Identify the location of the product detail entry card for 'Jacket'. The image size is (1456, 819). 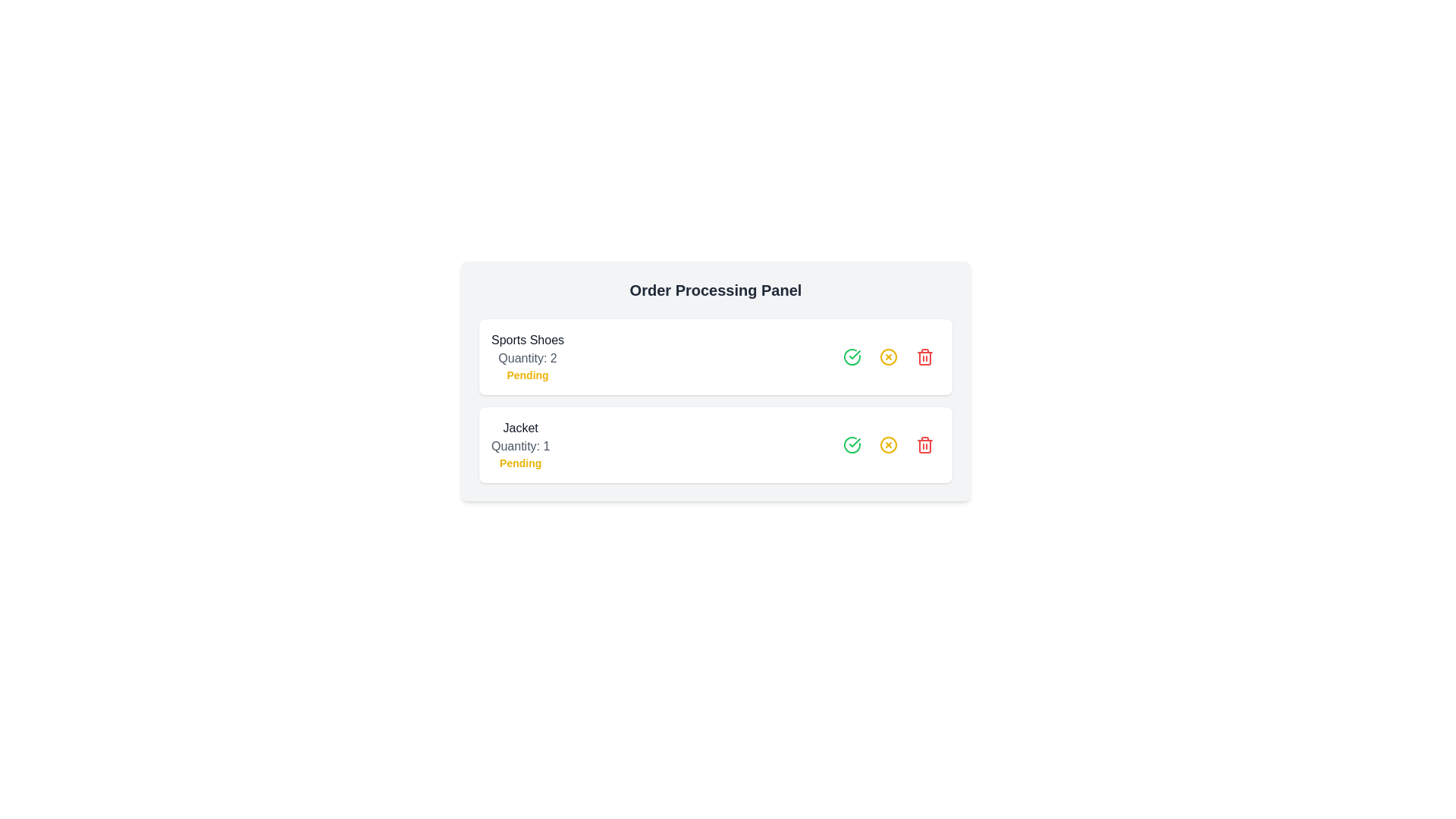
(715, 444).